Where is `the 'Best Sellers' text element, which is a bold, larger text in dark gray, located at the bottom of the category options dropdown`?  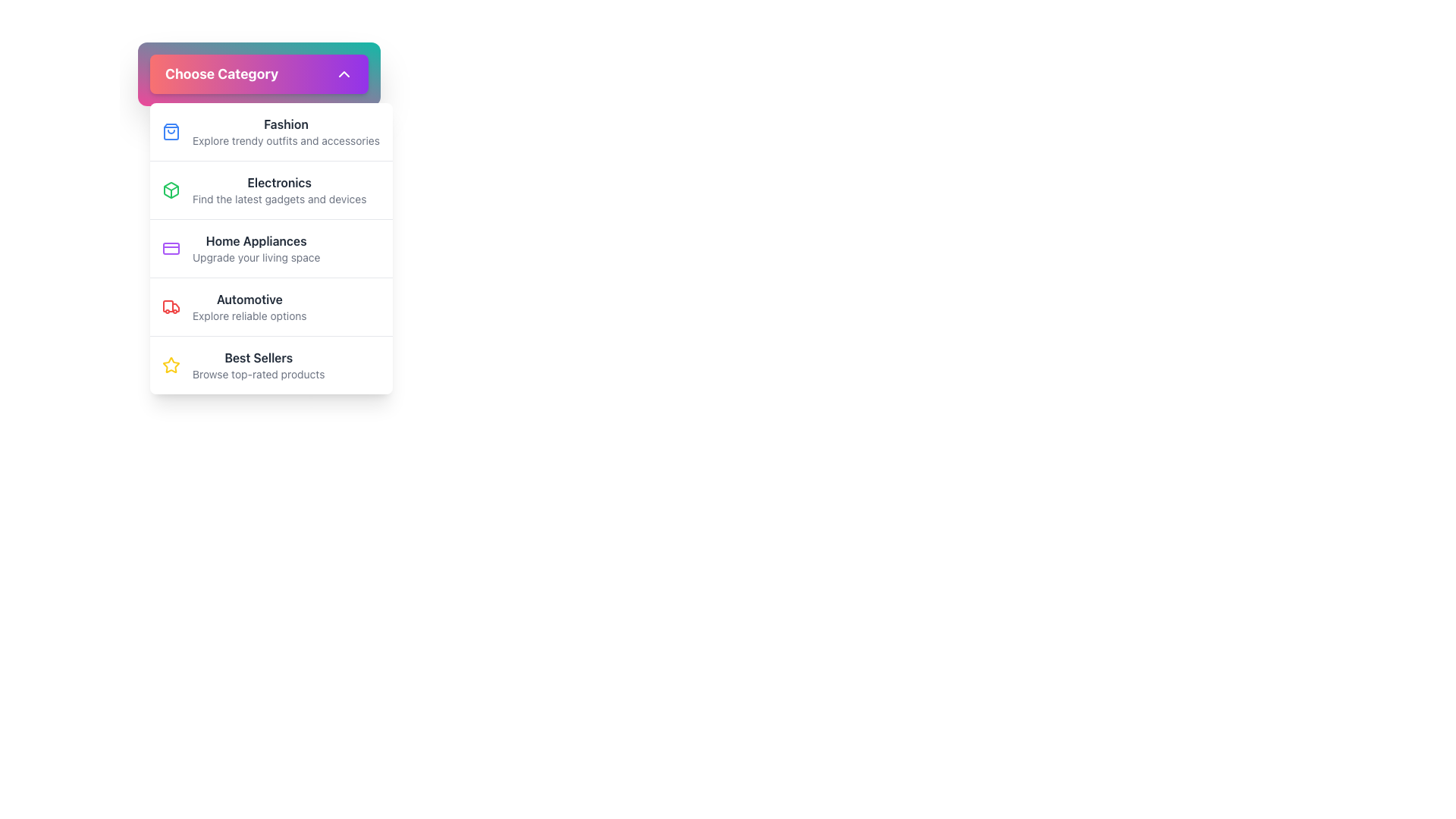 the 'Best Sellers' text element, which is a bold, larger text in dark gray, located at the bottom of the category options dropdown is located at coordinates (259, 366).